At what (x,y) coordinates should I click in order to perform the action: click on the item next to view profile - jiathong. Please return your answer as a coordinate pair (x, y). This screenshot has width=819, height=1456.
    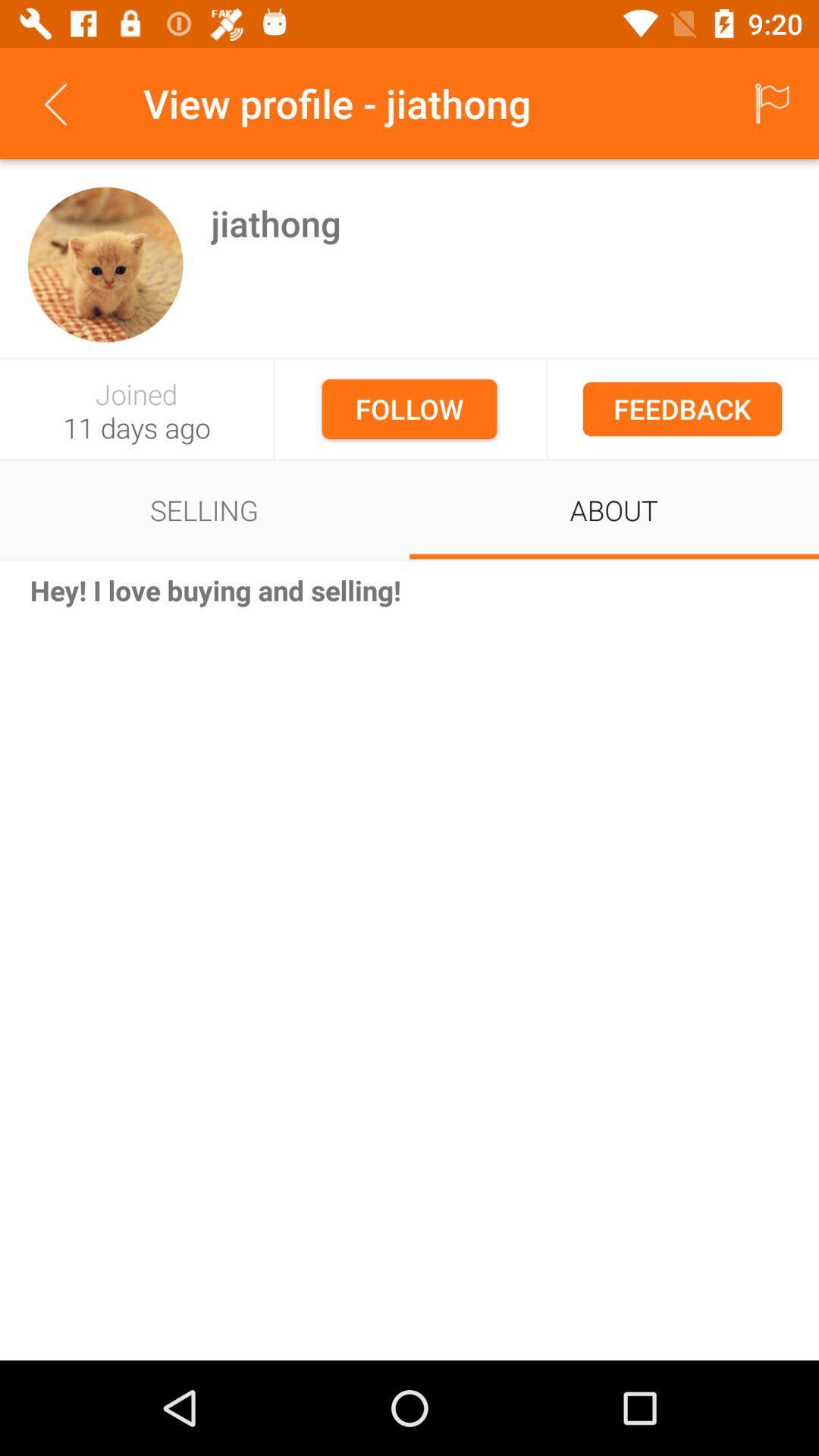
    Looking at the image, I should click on (771, 102).